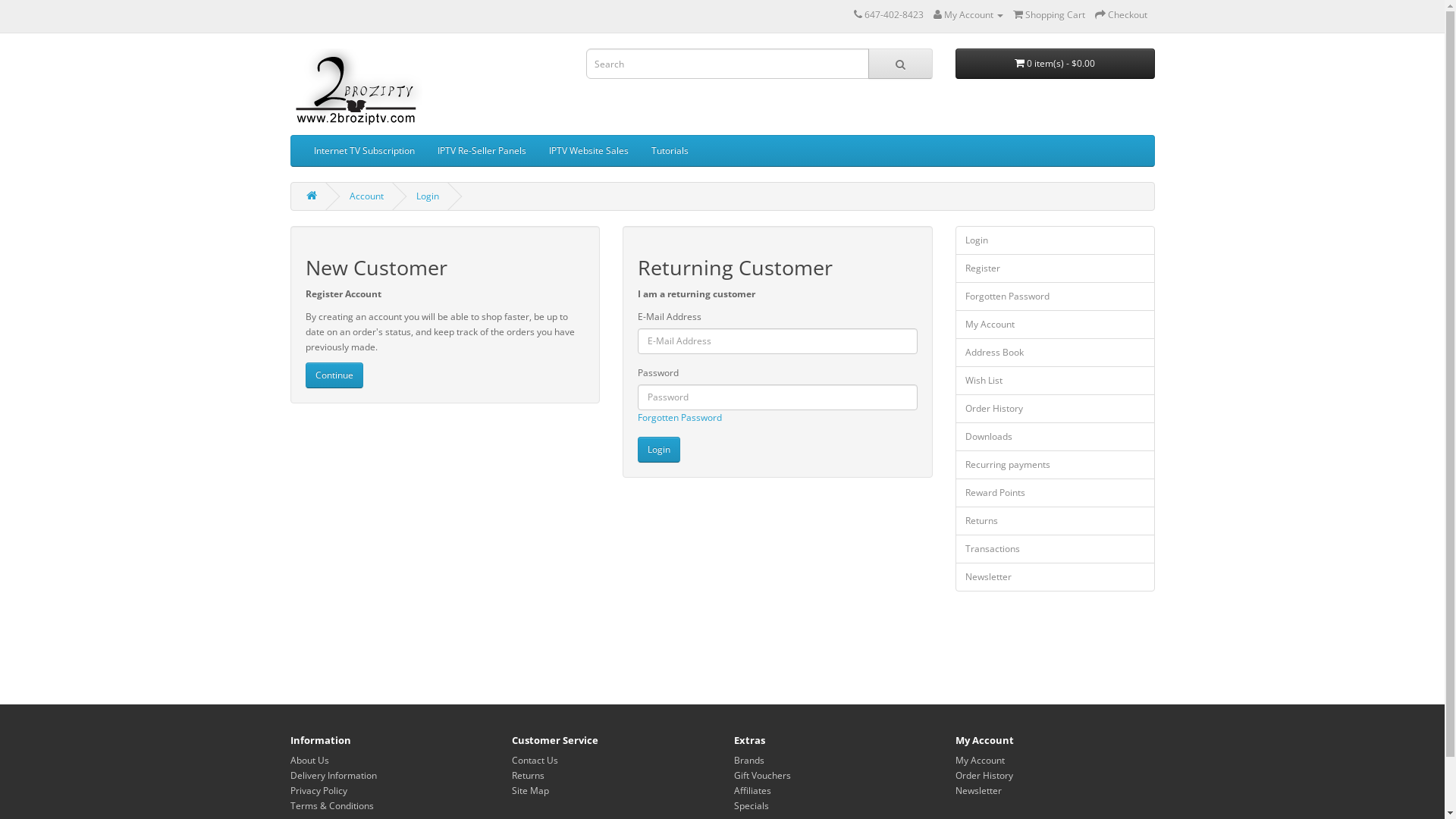 This screenshot has width=1456, height=819. Describe the element at coordinates (290, 760) in the screenshot. I see `'About Us'` at that location.